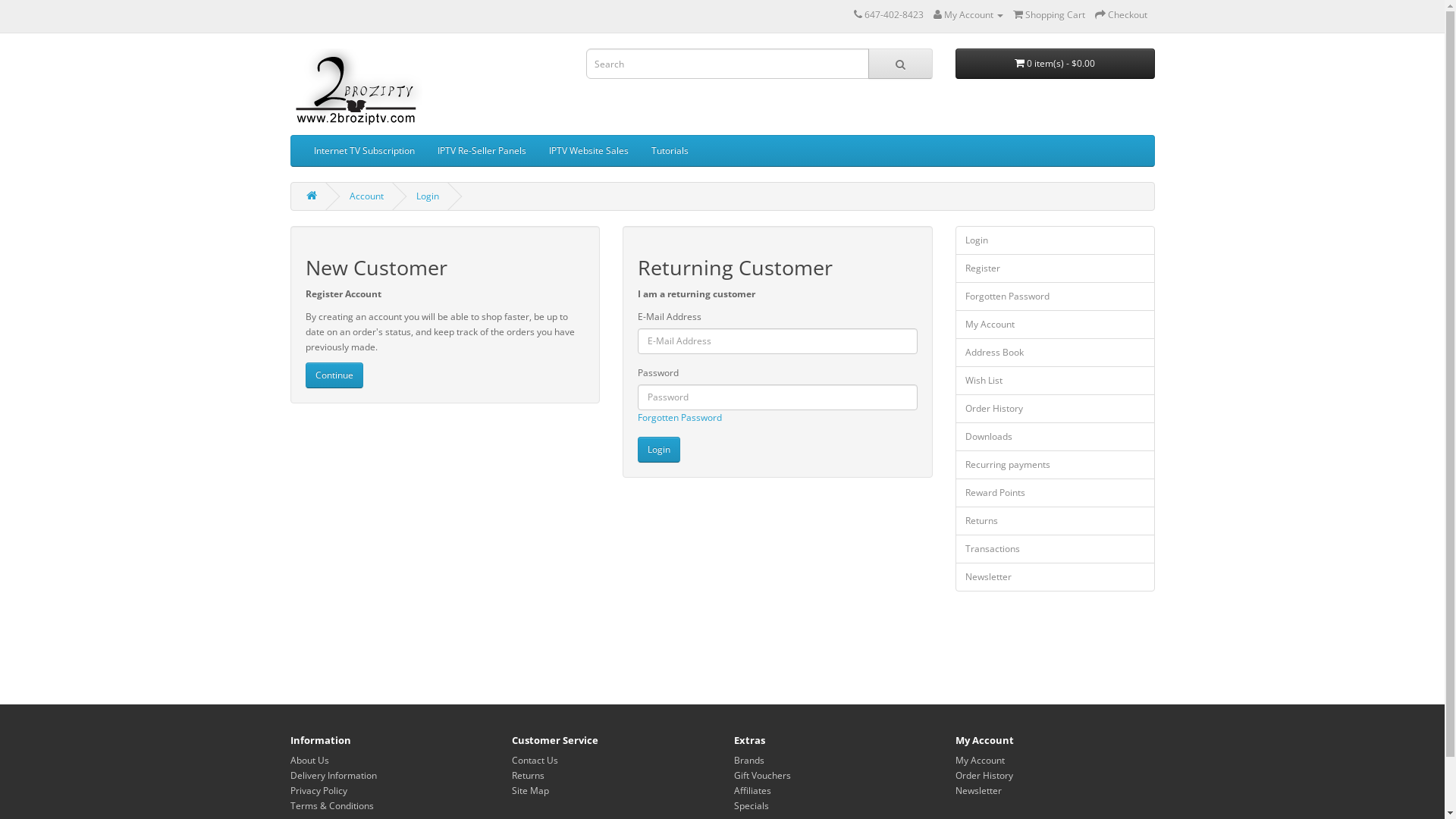 This screenshot has width=1456, height=819. Describe the element at coordinates (290, 760) in the screenshot. I see `'About Us'` at that location.